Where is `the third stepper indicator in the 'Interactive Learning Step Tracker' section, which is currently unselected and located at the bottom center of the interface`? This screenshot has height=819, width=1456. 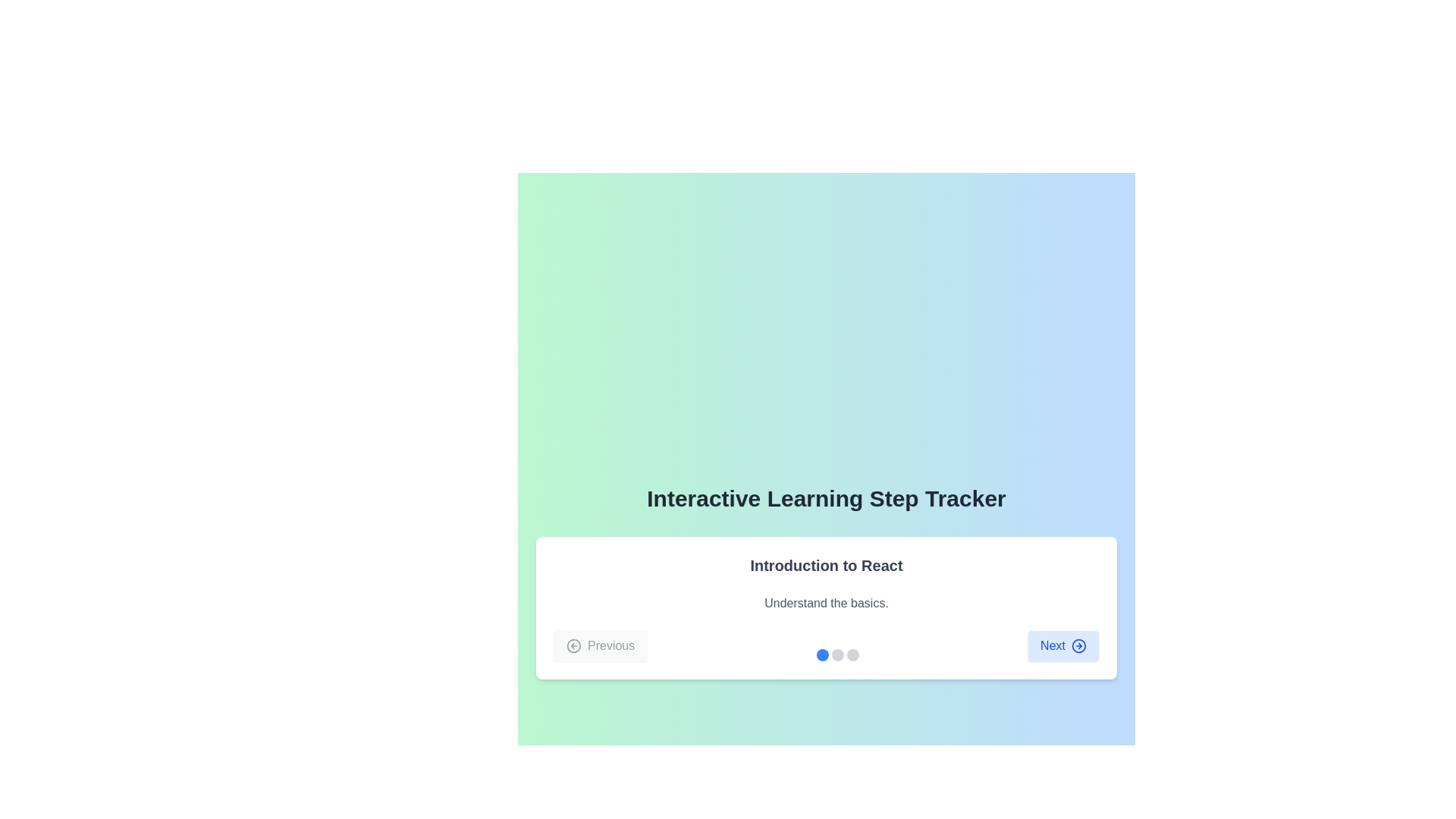 the third stepper indicator in the 'Interactive Learning Step Tracker' section, which is currently unselected and located at the bottom center of the interface is located at coordinates (852, 654).